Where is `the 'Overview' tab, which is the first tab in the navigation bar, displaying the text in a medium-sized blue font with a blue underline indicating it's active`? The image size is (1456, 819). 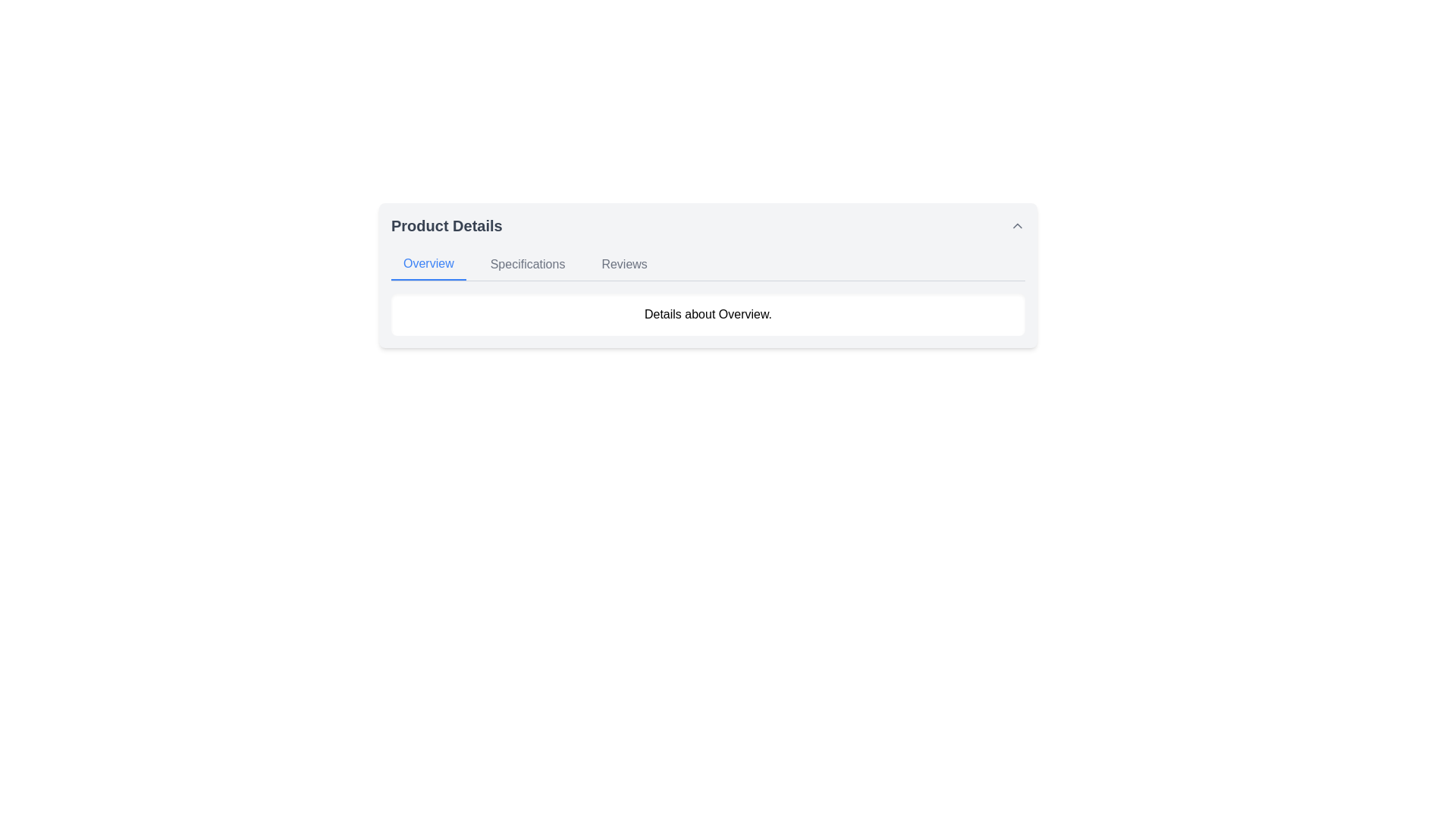 the 'Overview' tab, which is the first tab in the navigation bar, displaying the text in a medium-sized blue font with a blue underline indicating it's active is located at coordinates (428, 263).